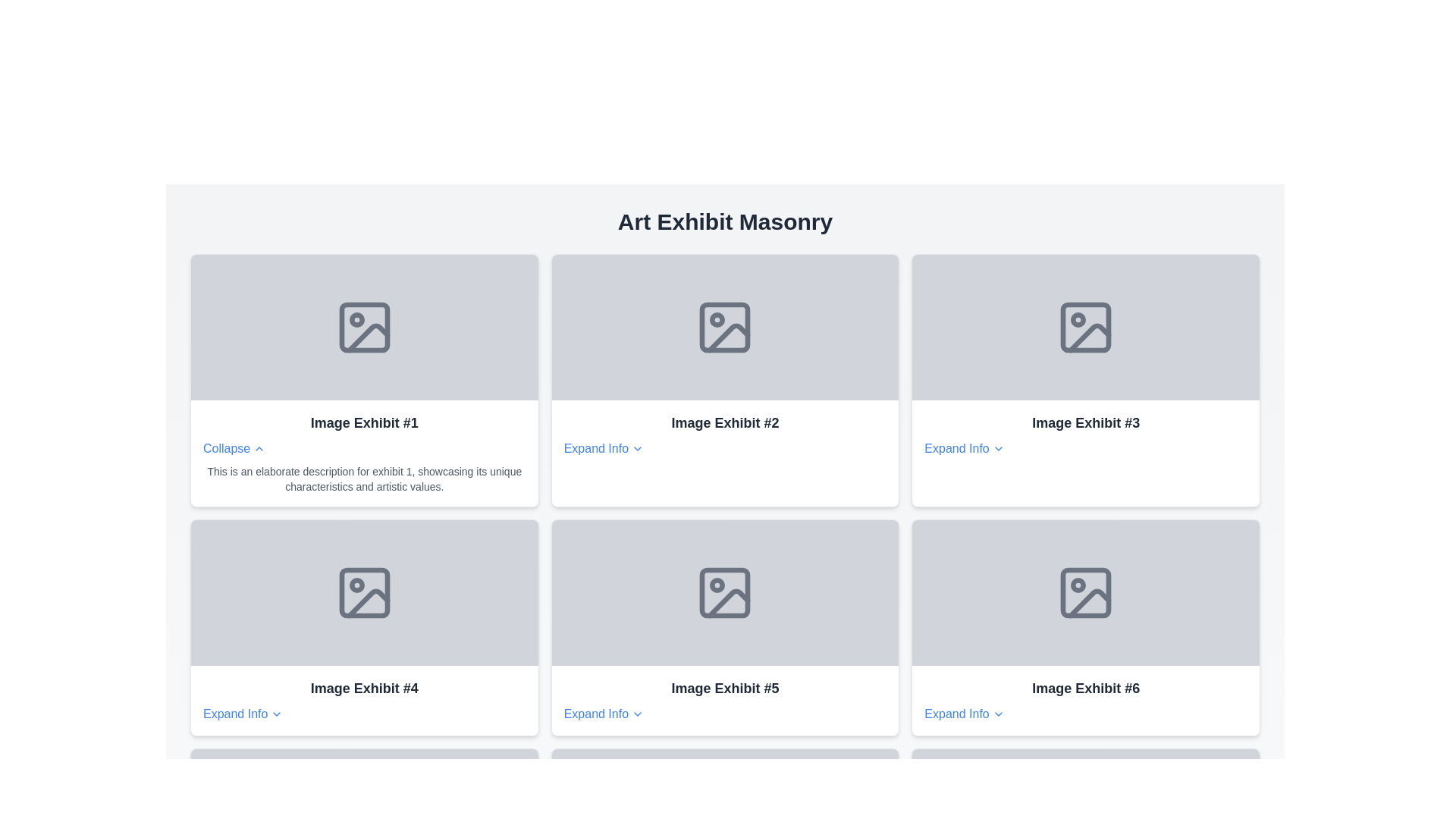 This screenshot has height=819, width=1456. I want to click on the decorative icon fragment within the top row, first column of the 'Image Exhibit #1' grid layout, so click(368, 337).